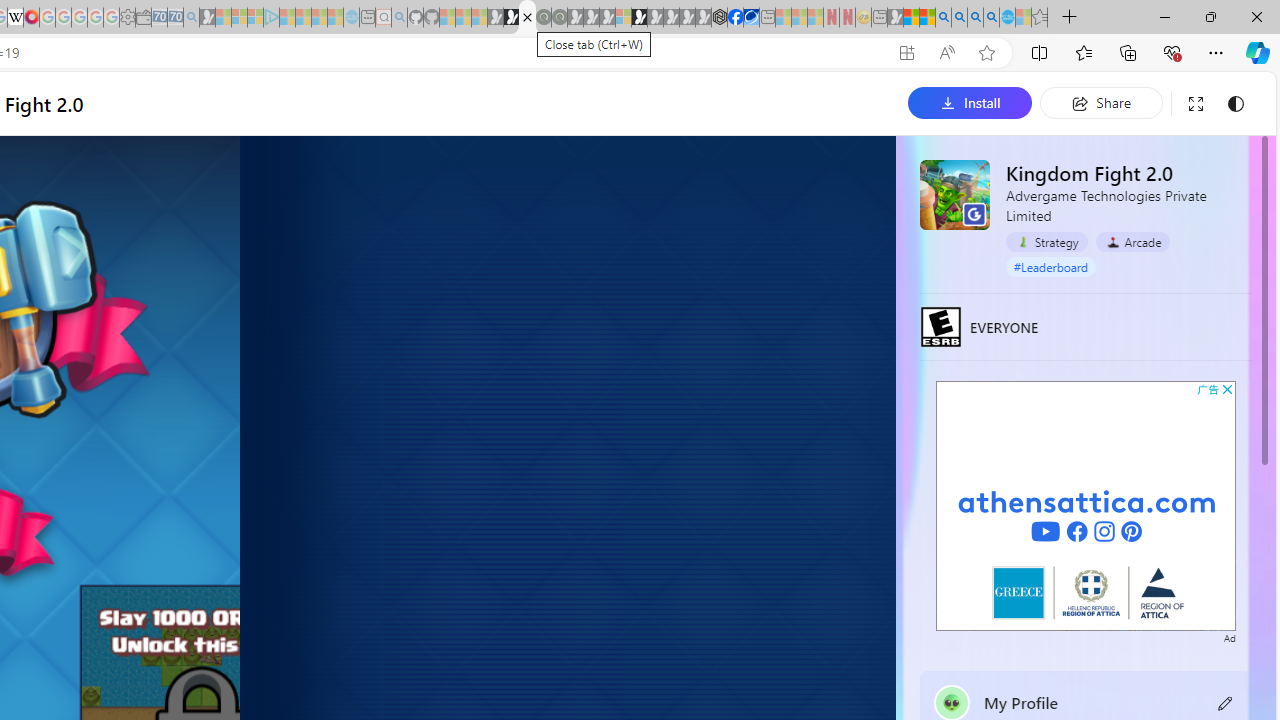 This screenshot has height=720, width=1280. I want to click on 'Arcade', so click(1132, 241).